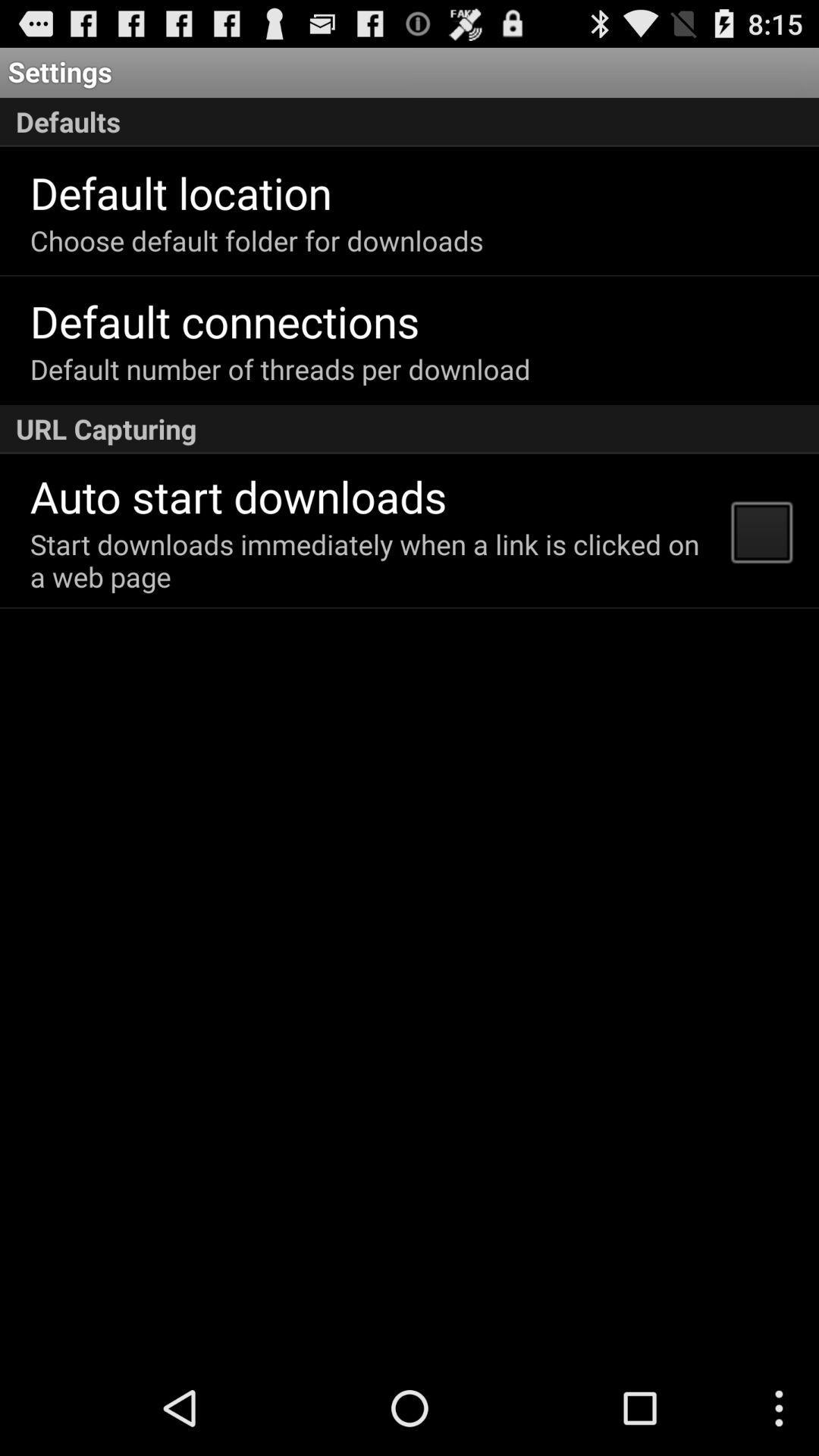  I want to click on the default connections icon, so click(224, 320).